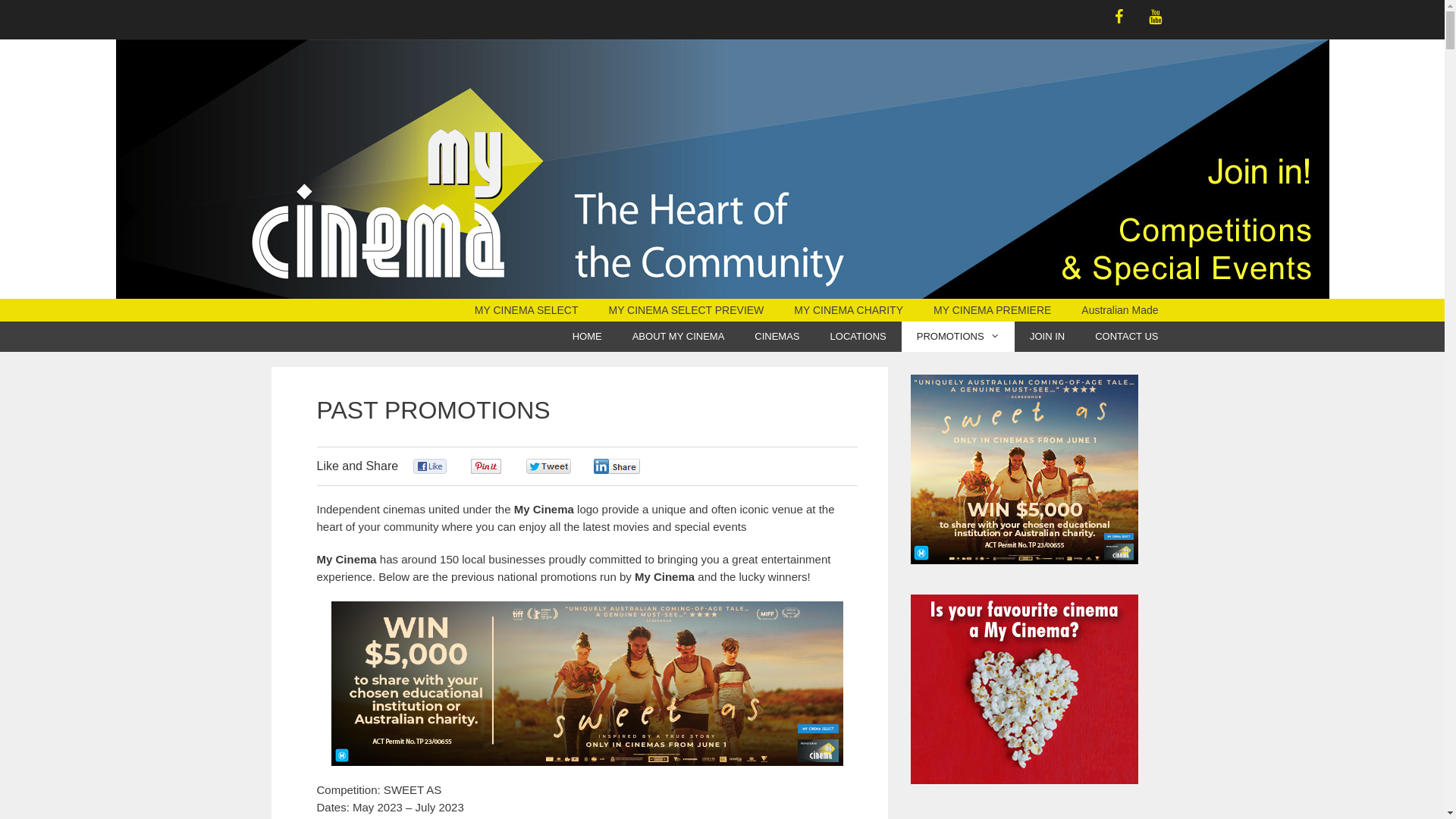  What do you see at coordinates (957, 335) in the screenshot?
I see `'PROMOTIONS'` at bounding box center [957, 335].